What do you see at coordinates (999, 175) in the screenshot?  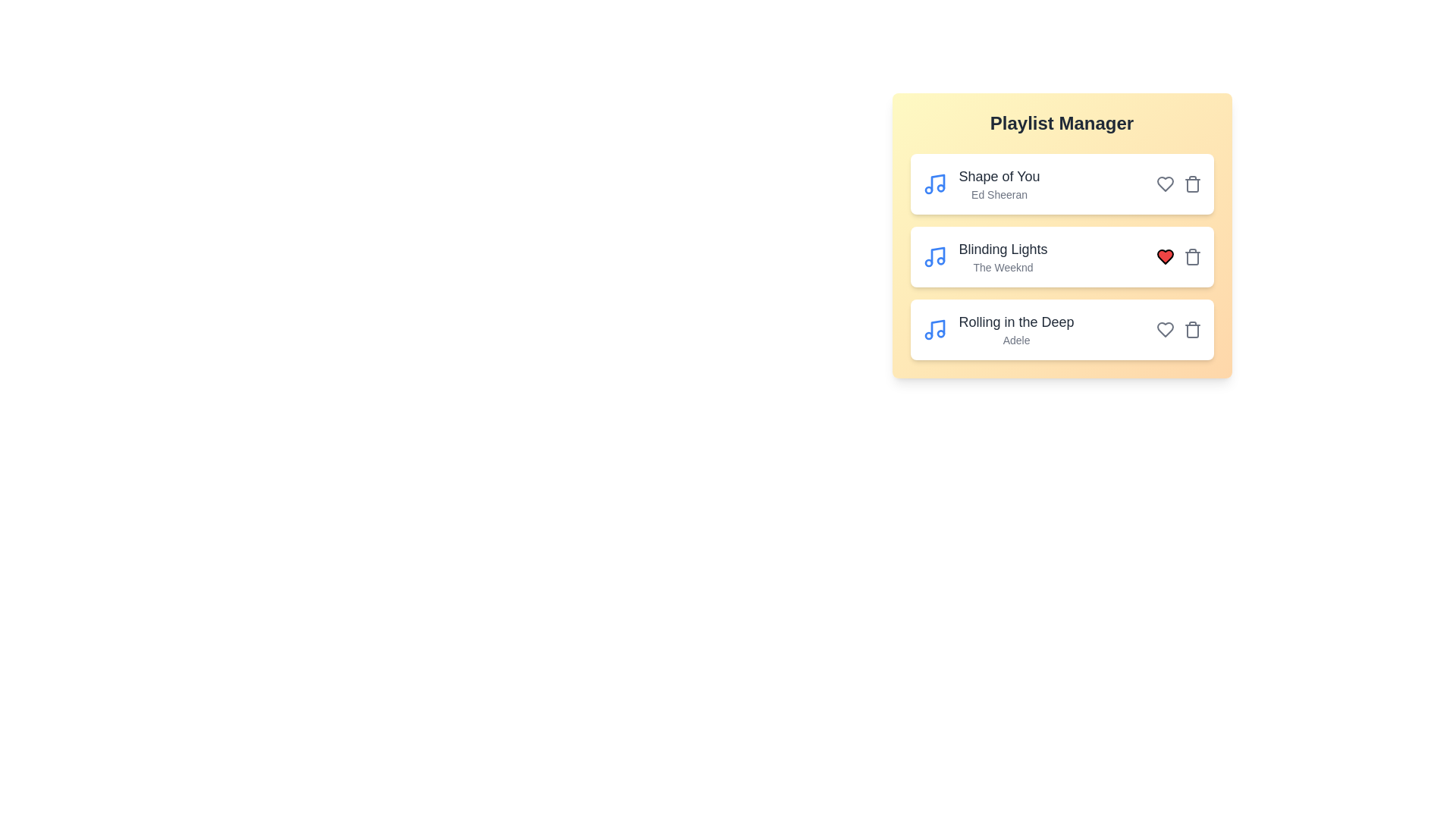 I see `the title of the song 'Shape of You' to view its details` at bounding box center [999, 175].